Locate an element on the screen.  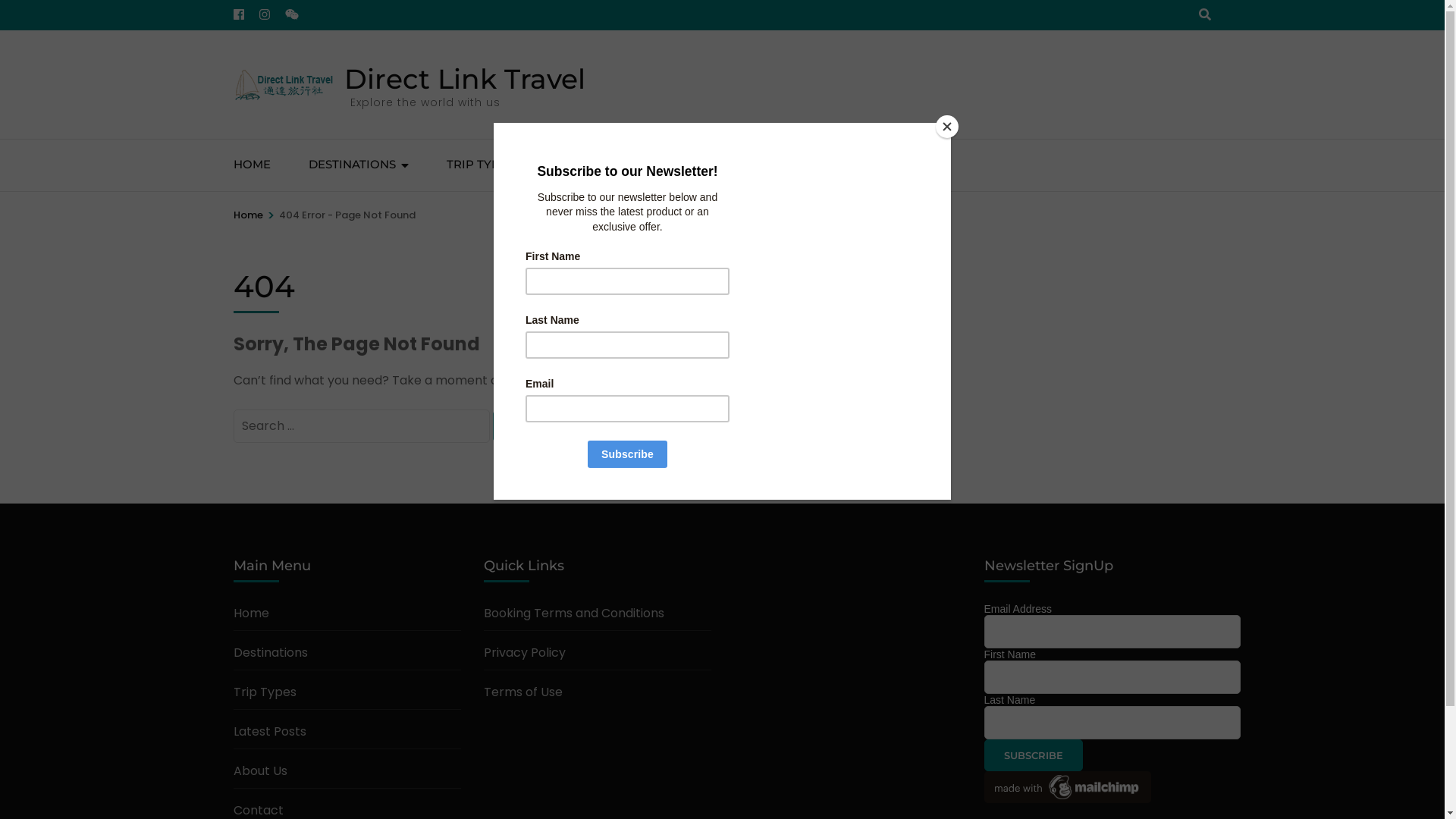
'Latest Posts' is located at coordinates (269, 730).